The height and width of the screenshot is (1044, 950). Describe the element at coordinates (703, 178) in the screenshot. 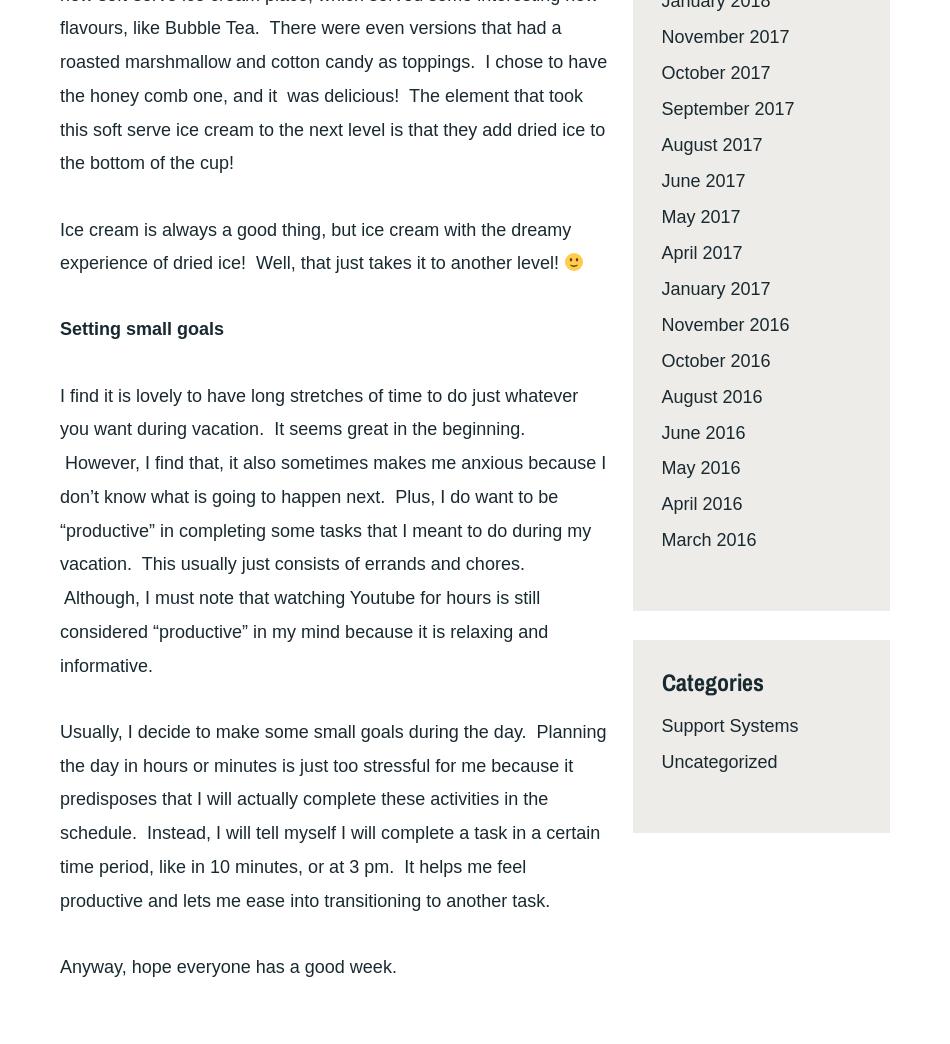

I see `'June 2017'` at that location.